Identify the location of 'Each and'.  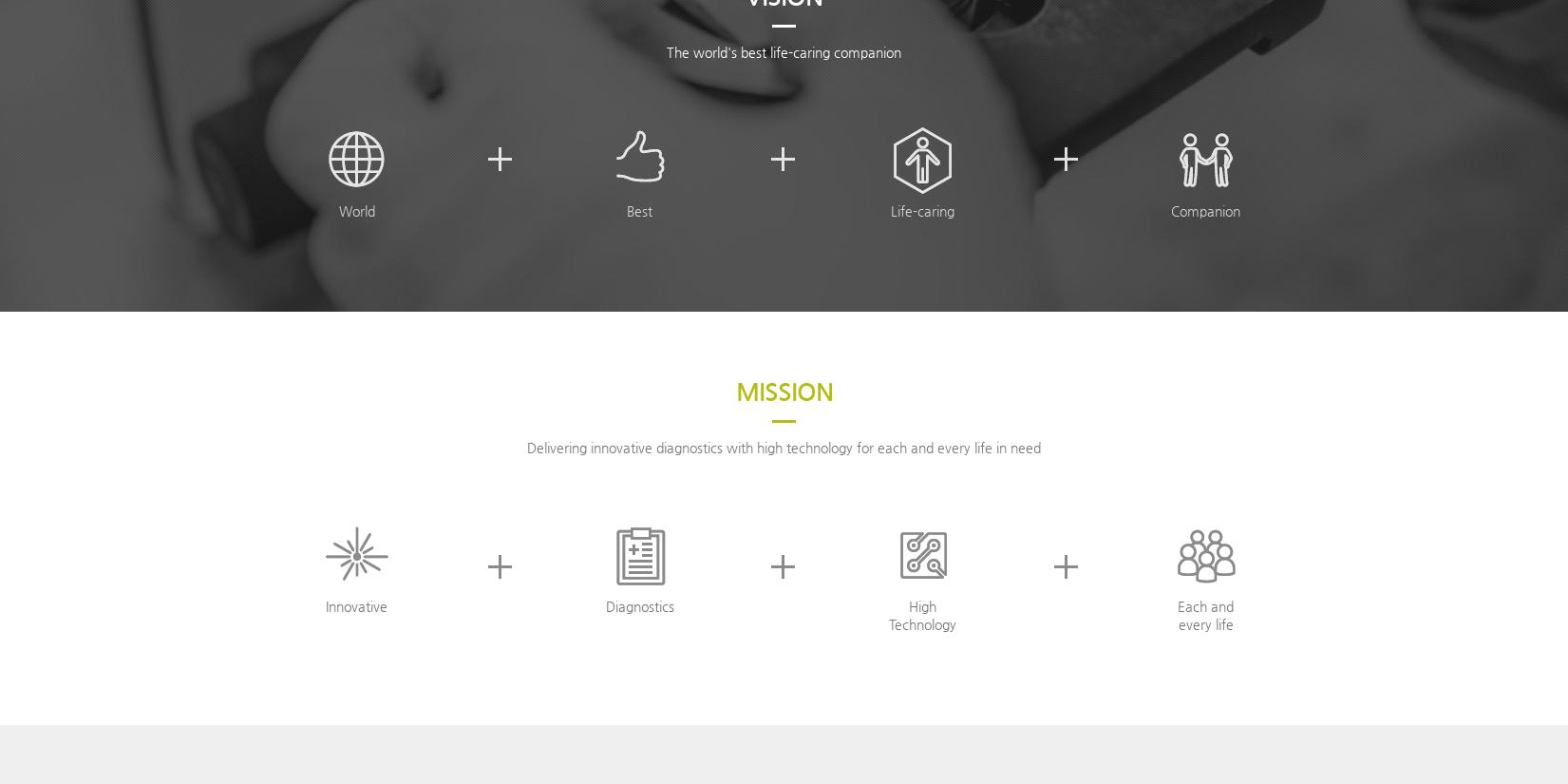
(1177, 603).